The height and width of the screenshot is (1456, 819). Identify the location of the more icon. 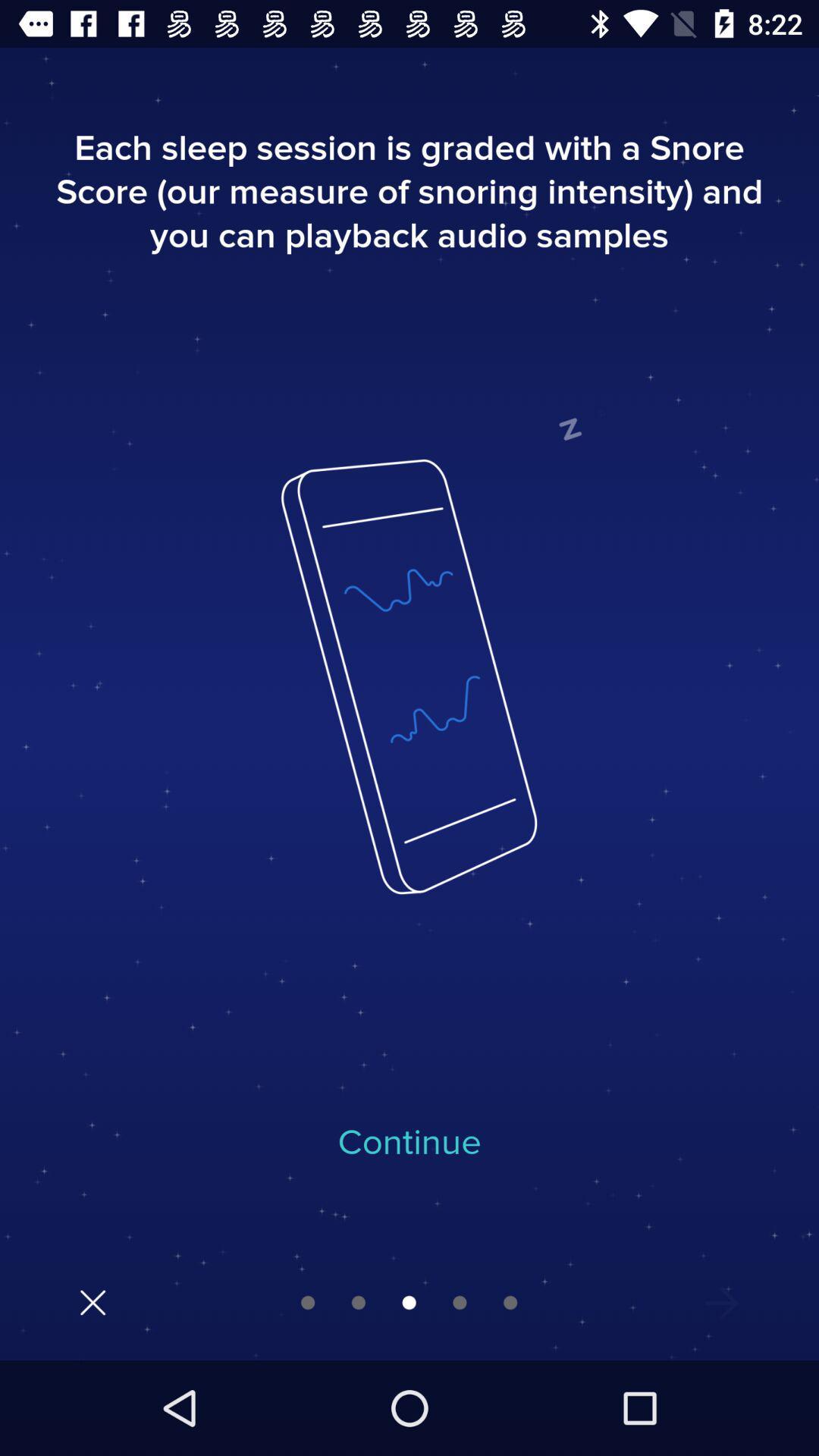
(721, 1302).